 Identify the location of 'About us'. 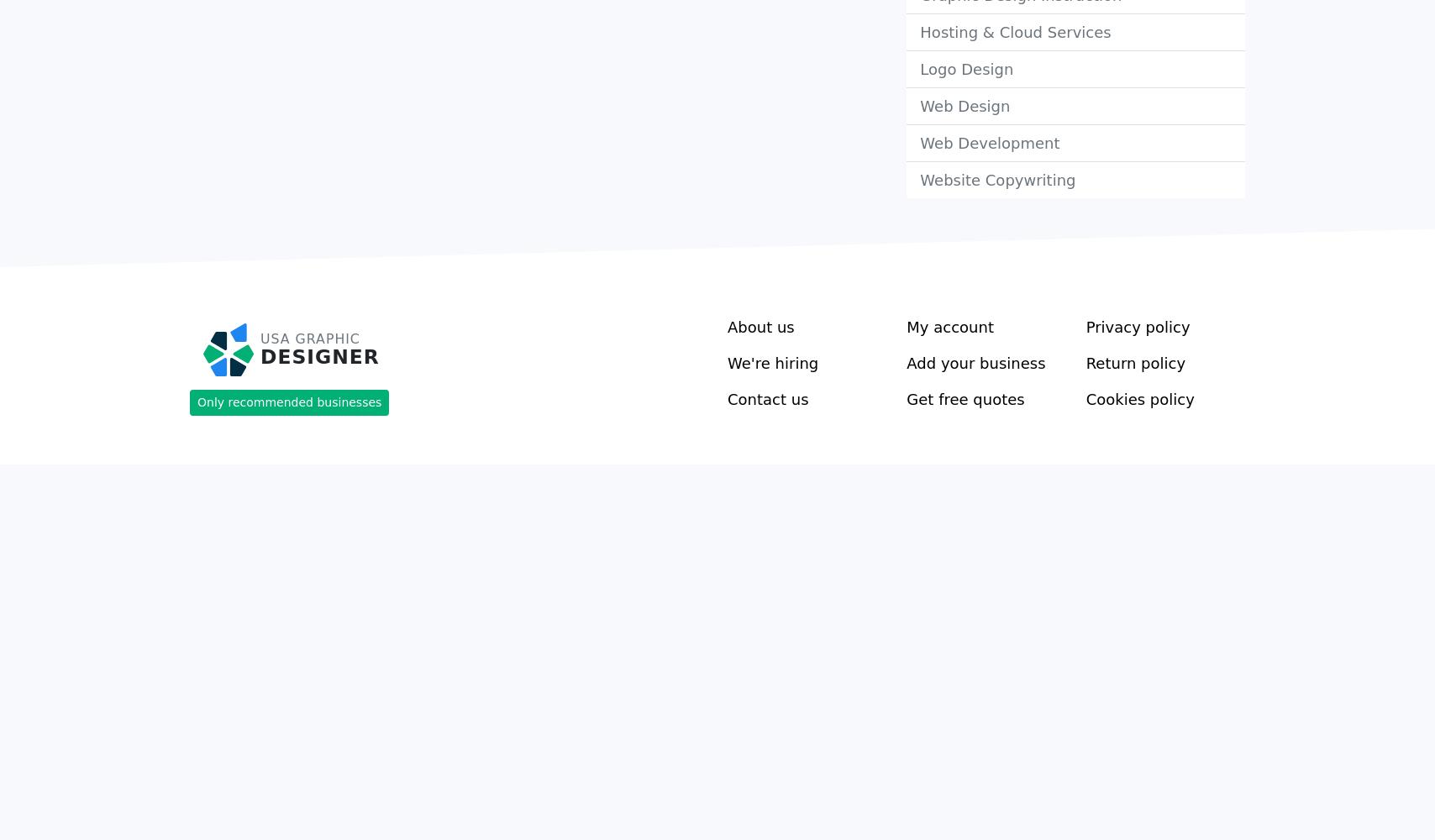
(760, 326).